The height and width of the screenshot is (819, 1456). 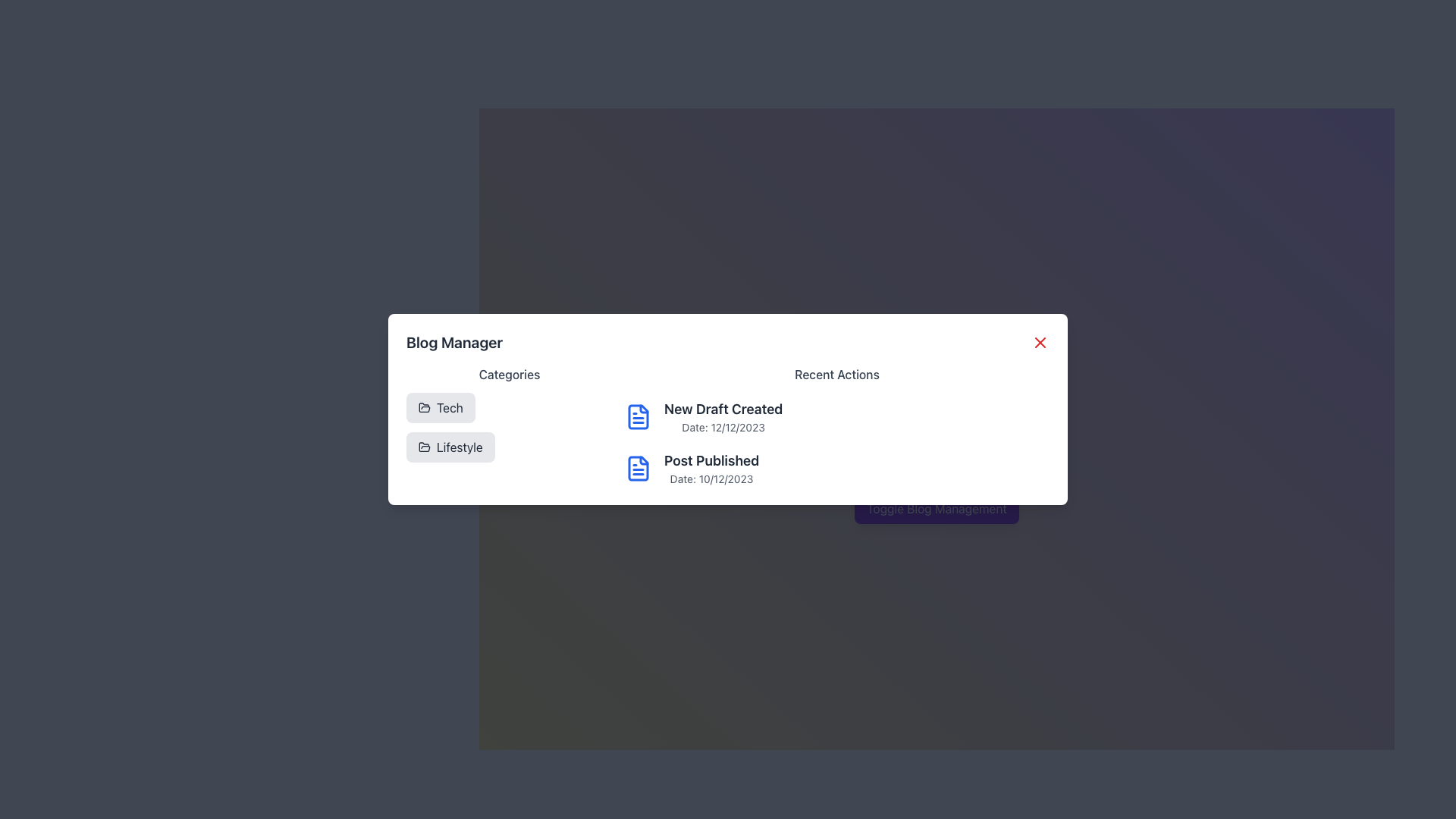 What do you see at coordinates (723, 427) in the screenshot?
I see `the text label displaying the creation date of the draft, located below the title 'New Draft Created' in the 'Recent Actions' section` at bounding box center [723, 427].